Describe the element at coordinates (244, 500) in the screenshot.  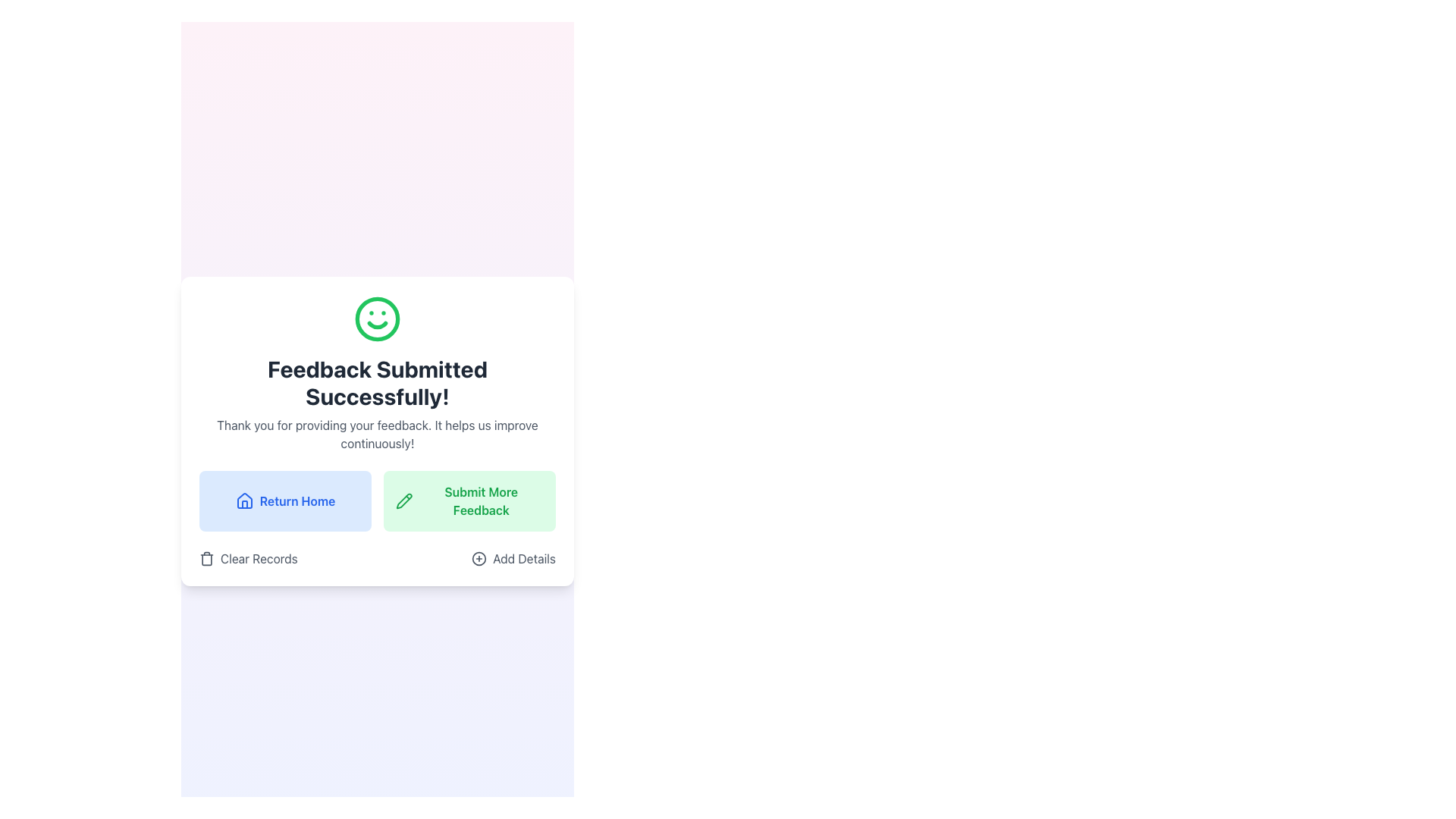
I see `the house icon within the 'Return Home' button, which features a blue stroke and is located in the bottom section of the white card` at that location.